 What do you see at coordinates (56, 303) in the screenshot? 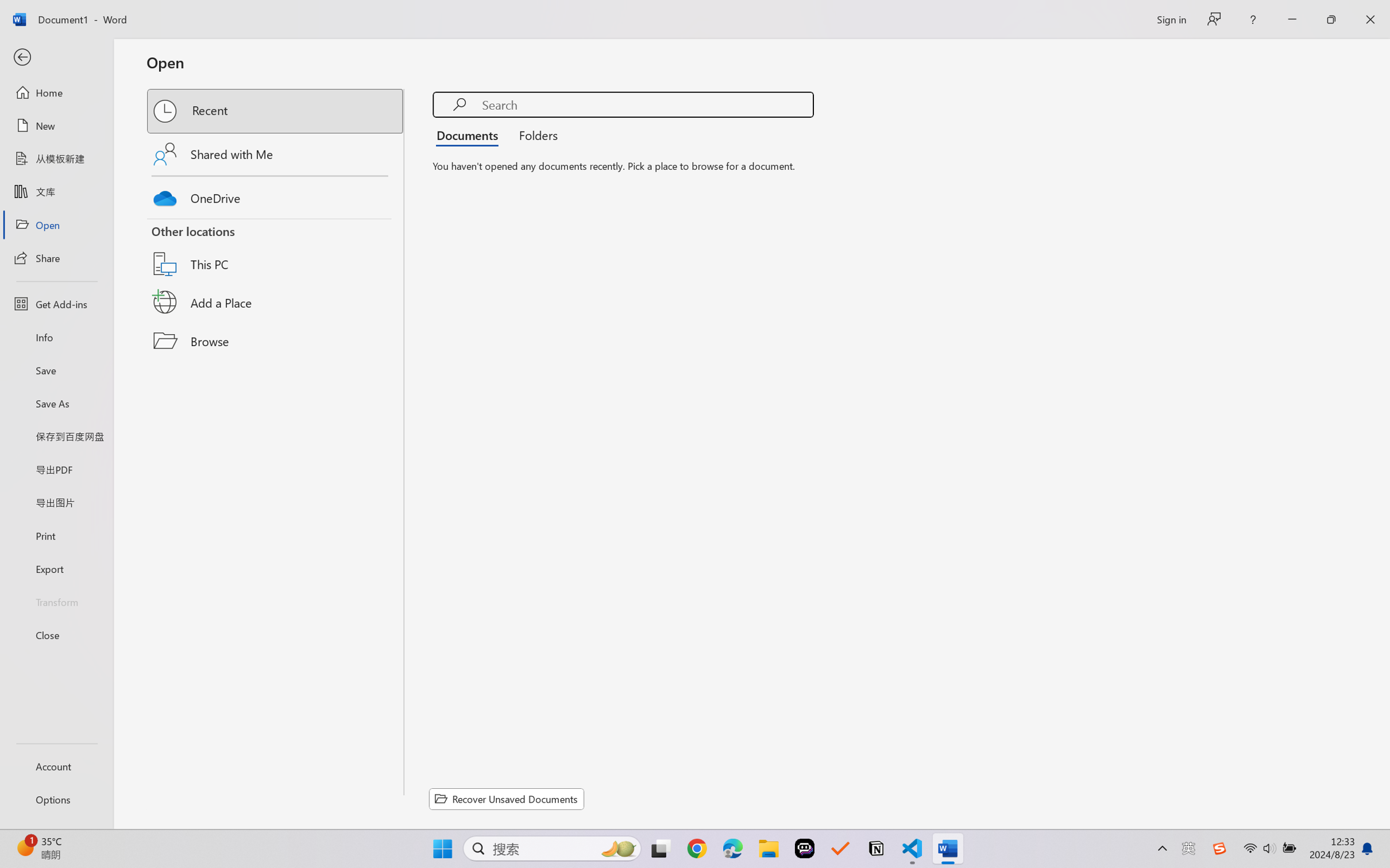
I see `'Get Add-ins'` at bounding box center [56, 303].